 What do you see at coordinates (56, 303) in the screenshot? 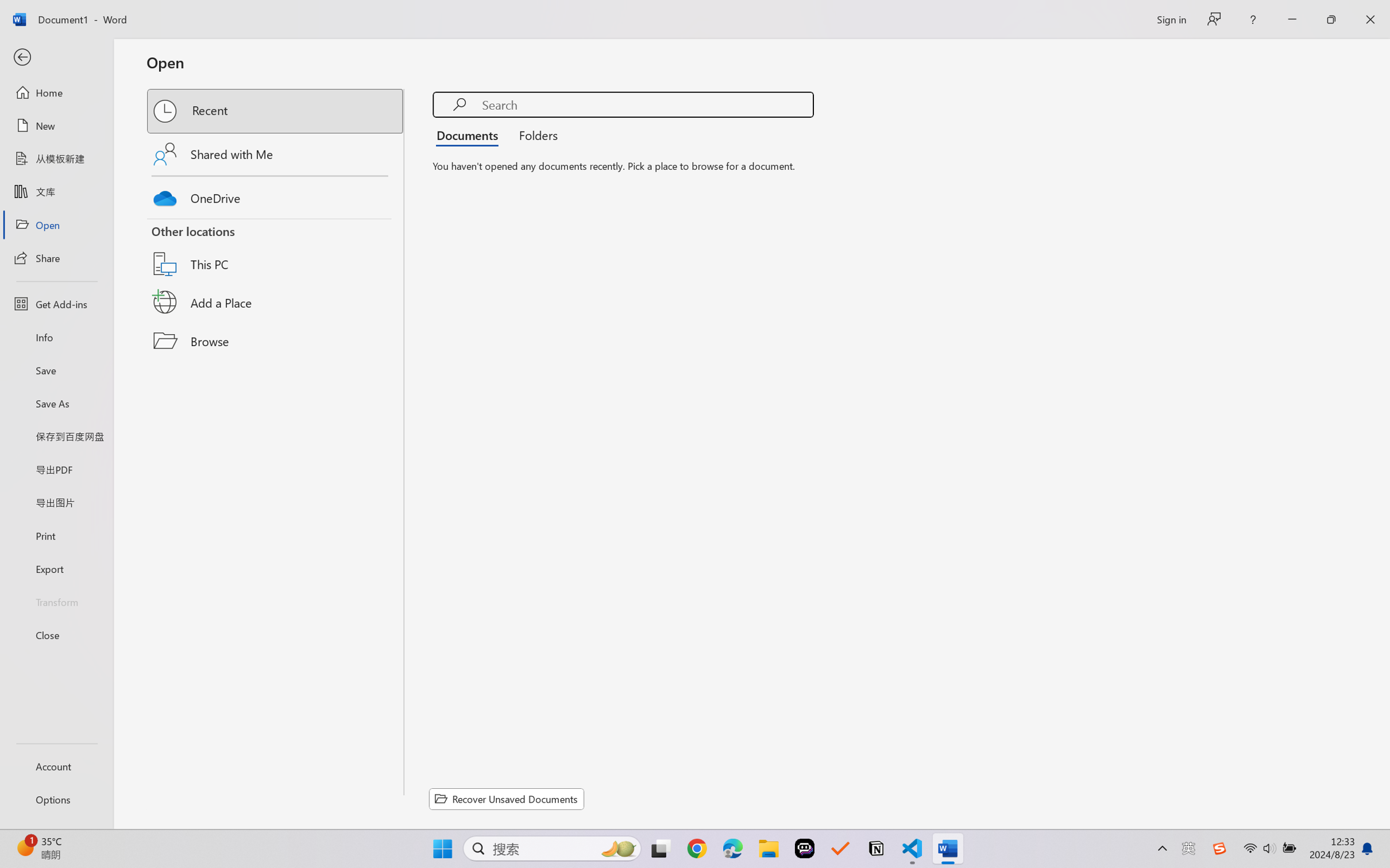
I see `'Get Add-ins'` at bounding box center [56, 303].